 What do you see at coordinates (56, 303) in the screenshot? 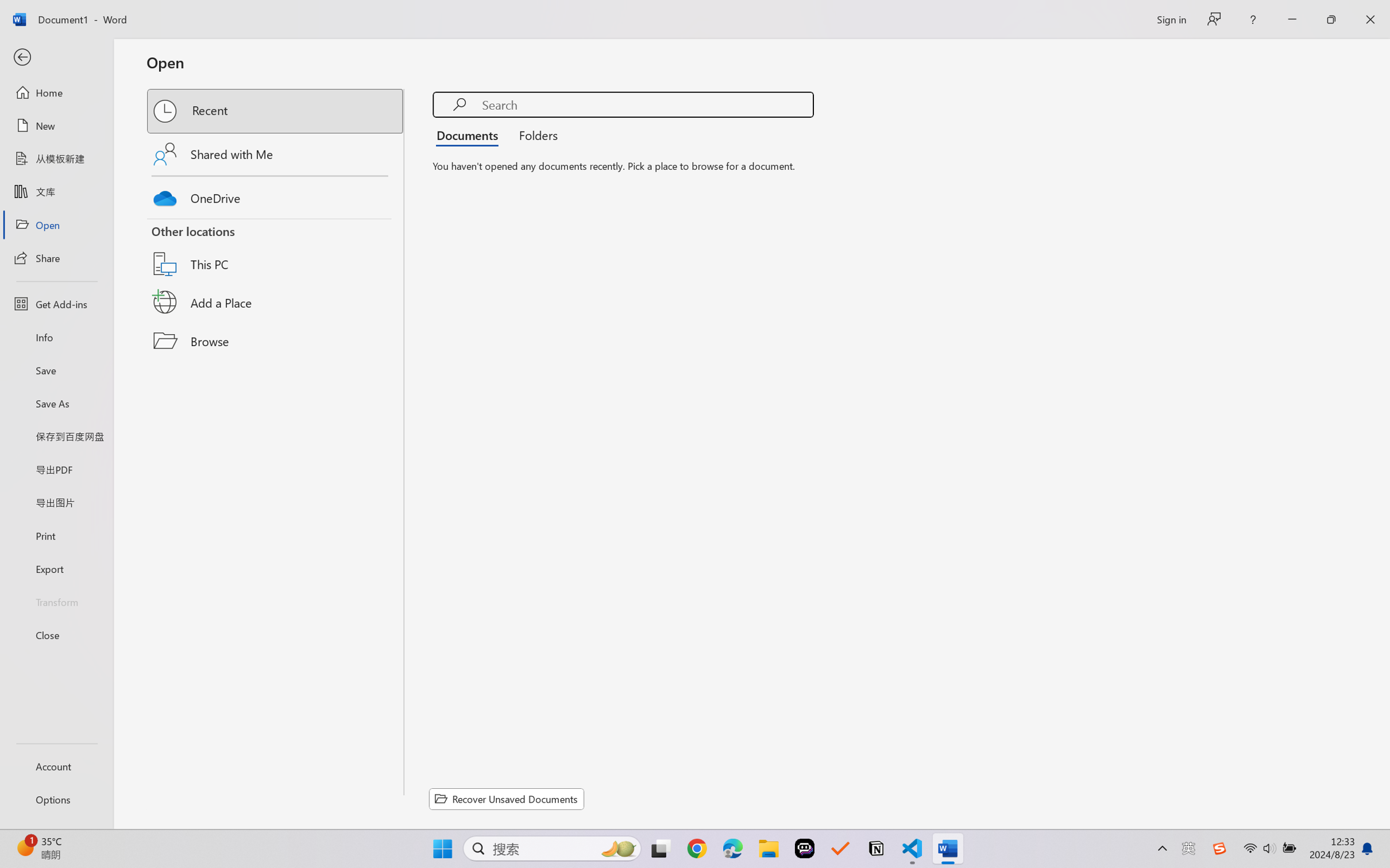
I see `'Get Add-ins'` at bounding box center [56, 303].